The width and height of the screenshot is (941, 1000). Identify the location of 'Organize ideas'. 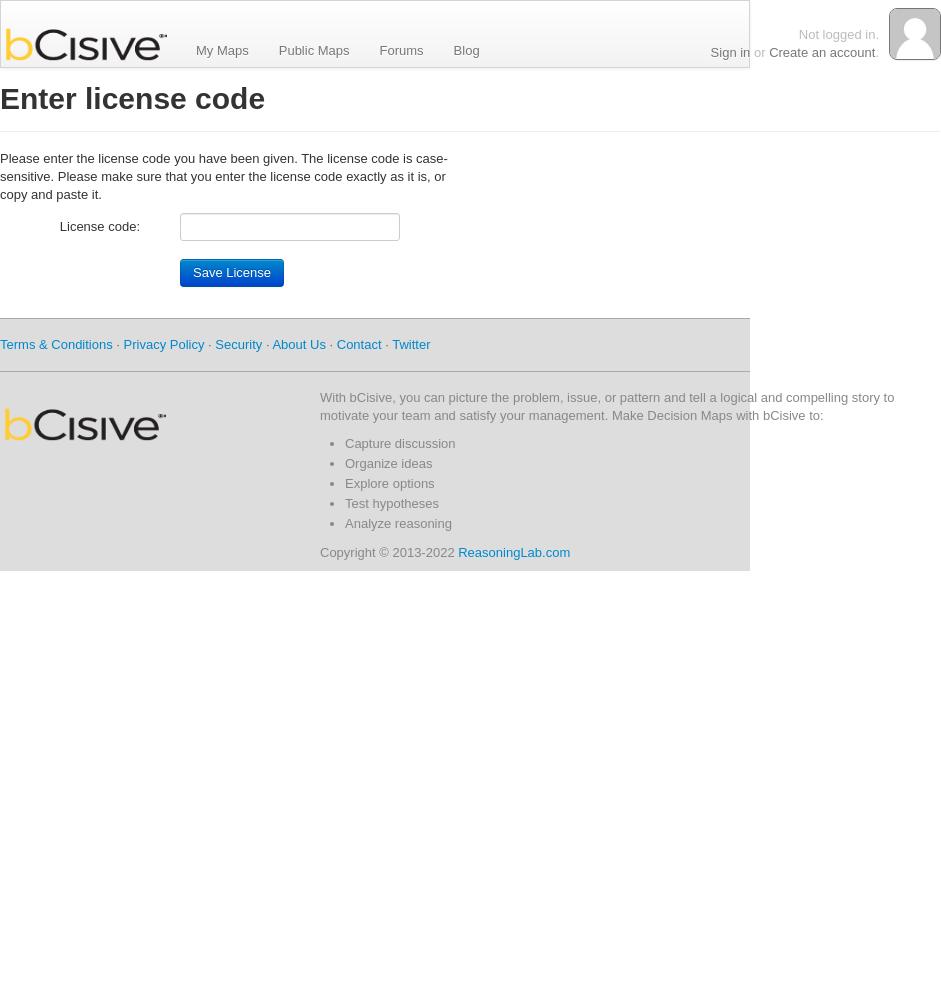
(387, 462).